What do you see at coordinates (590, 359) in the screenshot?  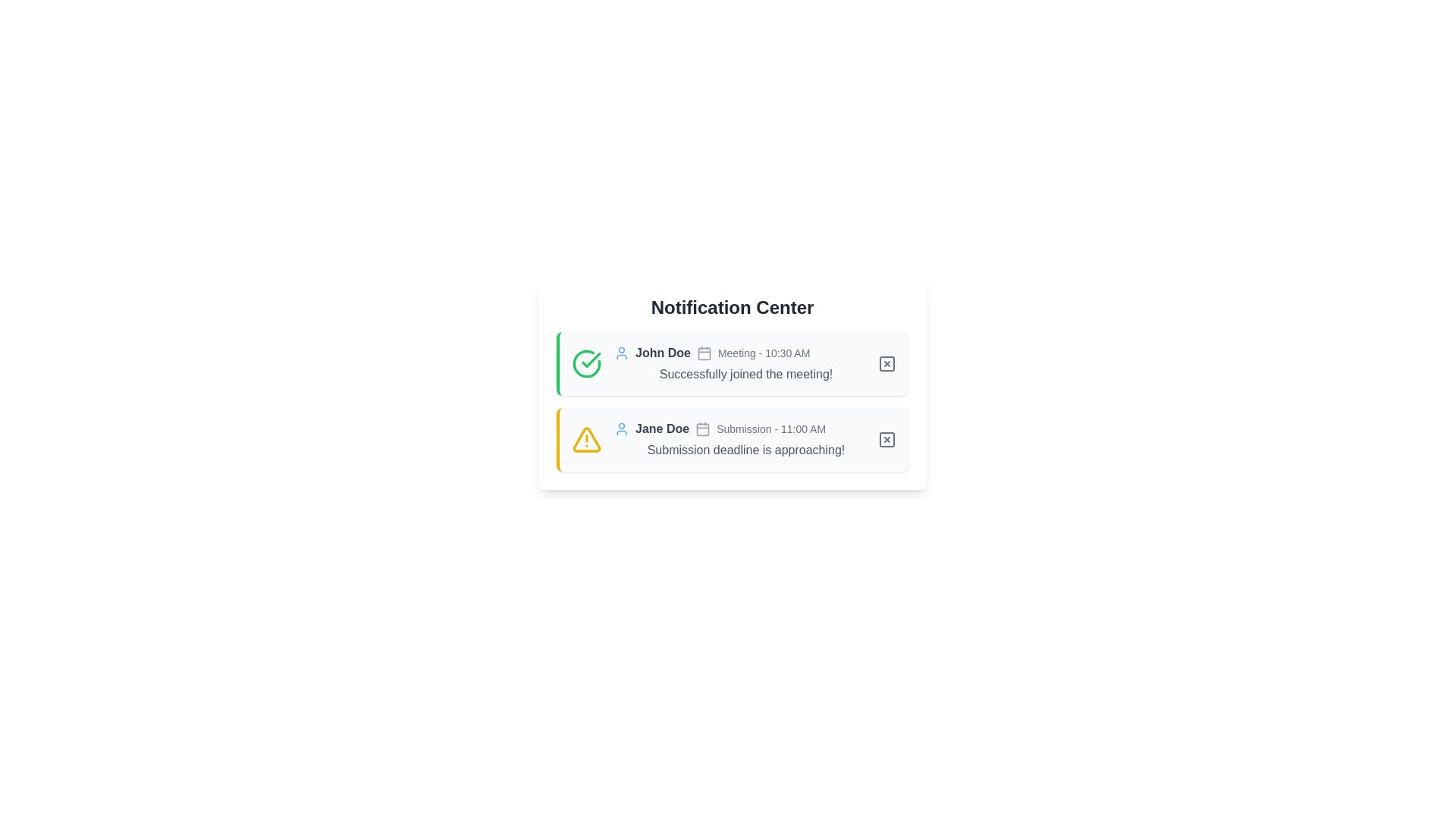 I see `the green check mark icon within the circular outline located on the left edge of the first notification card` at bounding box center [590, 359].